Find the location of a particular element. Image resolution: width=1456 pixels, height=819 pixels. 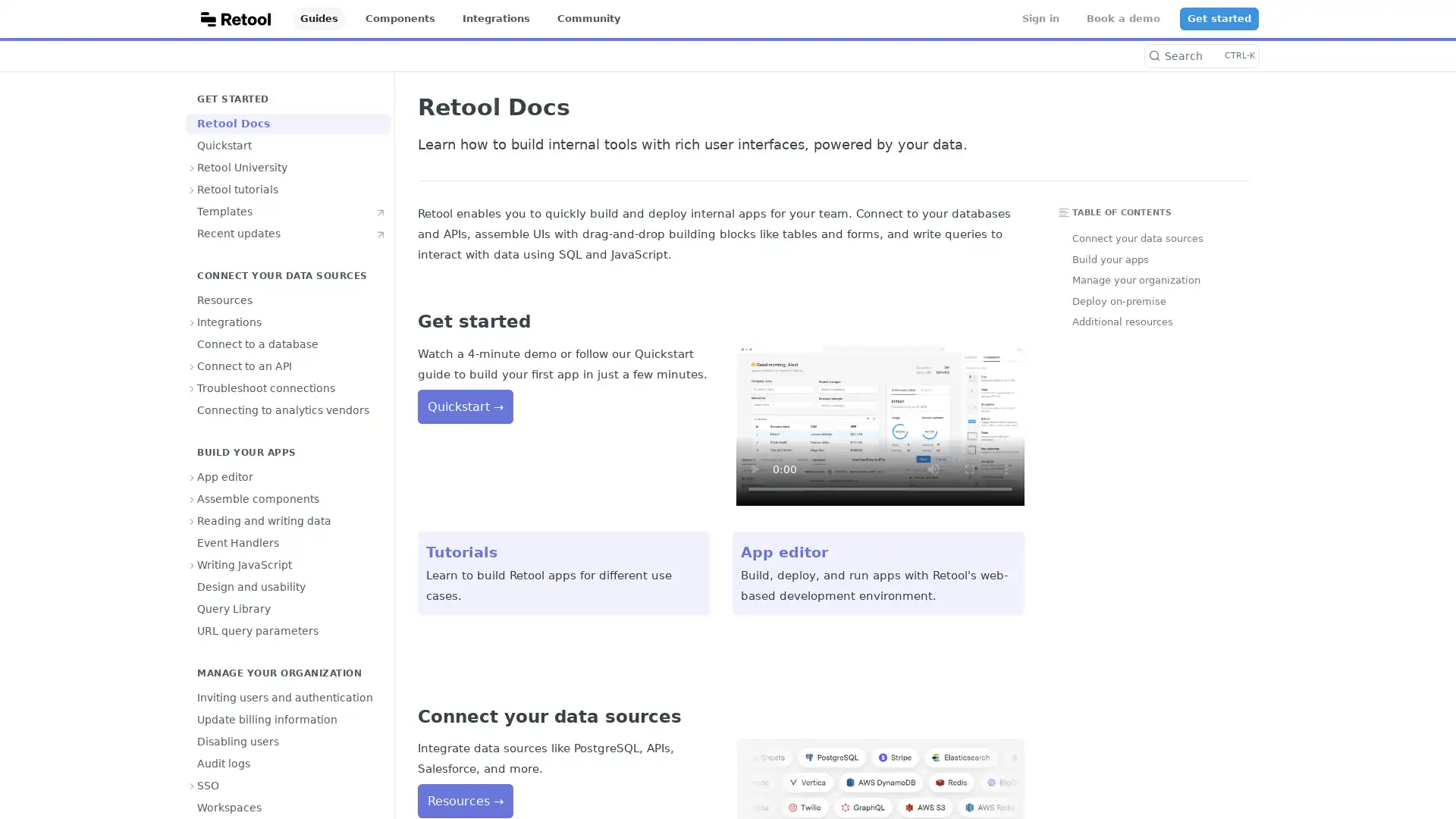

Show subpages for Integrations is located at coordinates (192, 321).